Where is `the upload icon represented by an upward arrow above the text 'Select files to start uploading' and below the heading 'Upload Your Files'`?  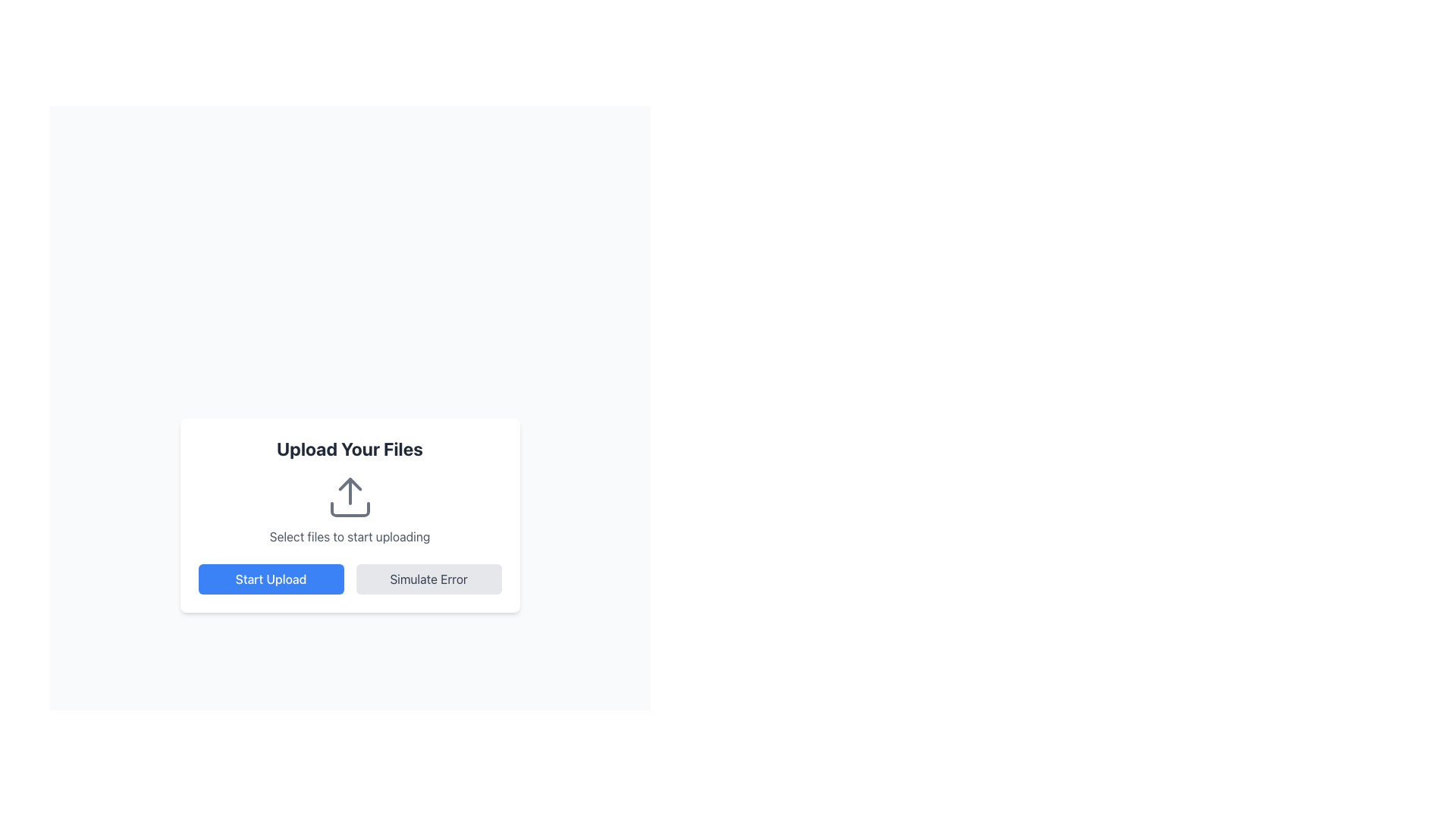 the upload icon represented by an upward arrow above the text 'Select files to start uploading' and below the heading 'Upload Your Files' is located at coordinates (349, 497).